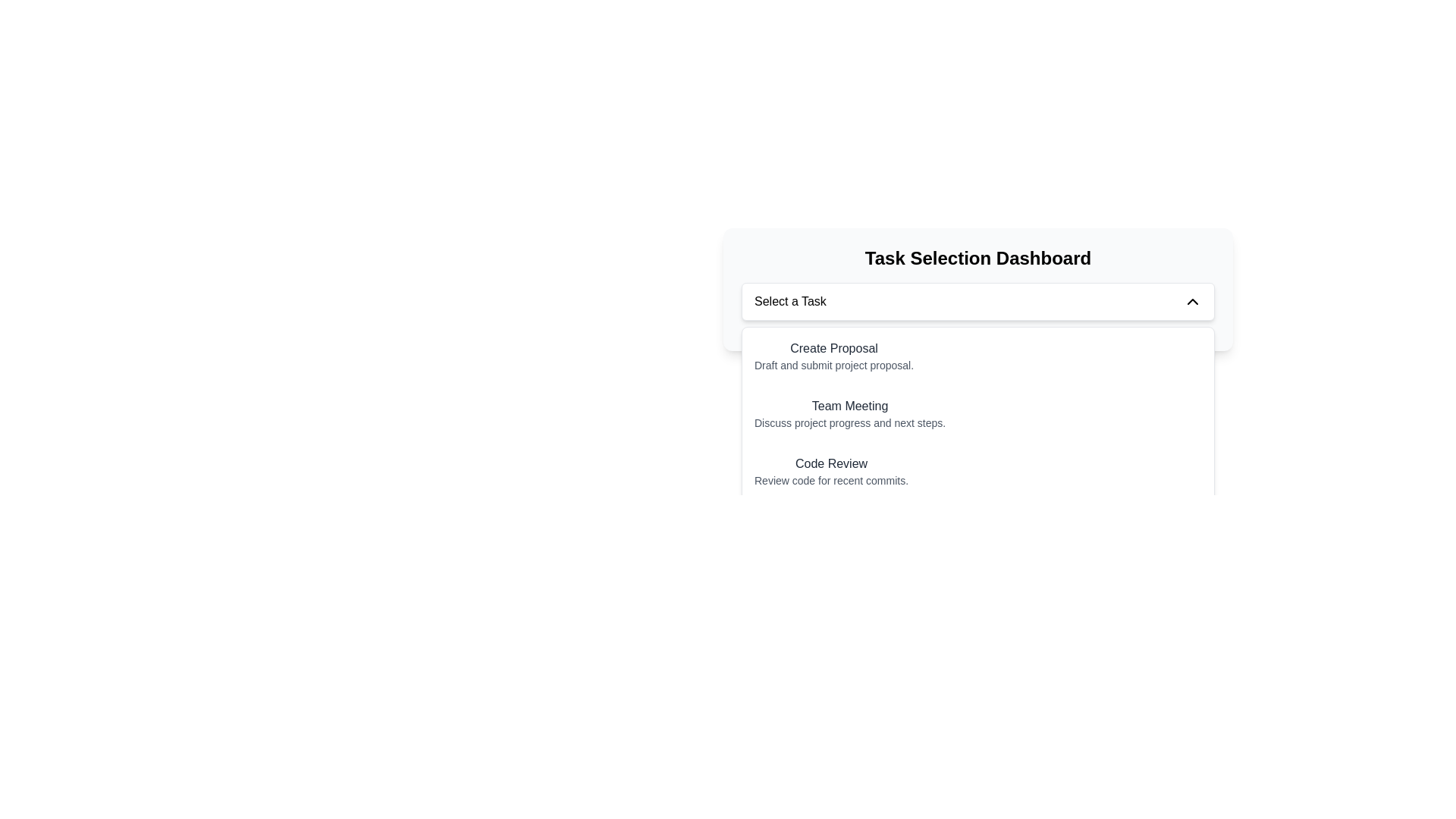 The image size is (1456, 819). Describe the element at coordinates (833, 356) in the screenshot. I see `the first list item in the dropdown menu labeled 'Create a Project Proposal' for more context` at that location.